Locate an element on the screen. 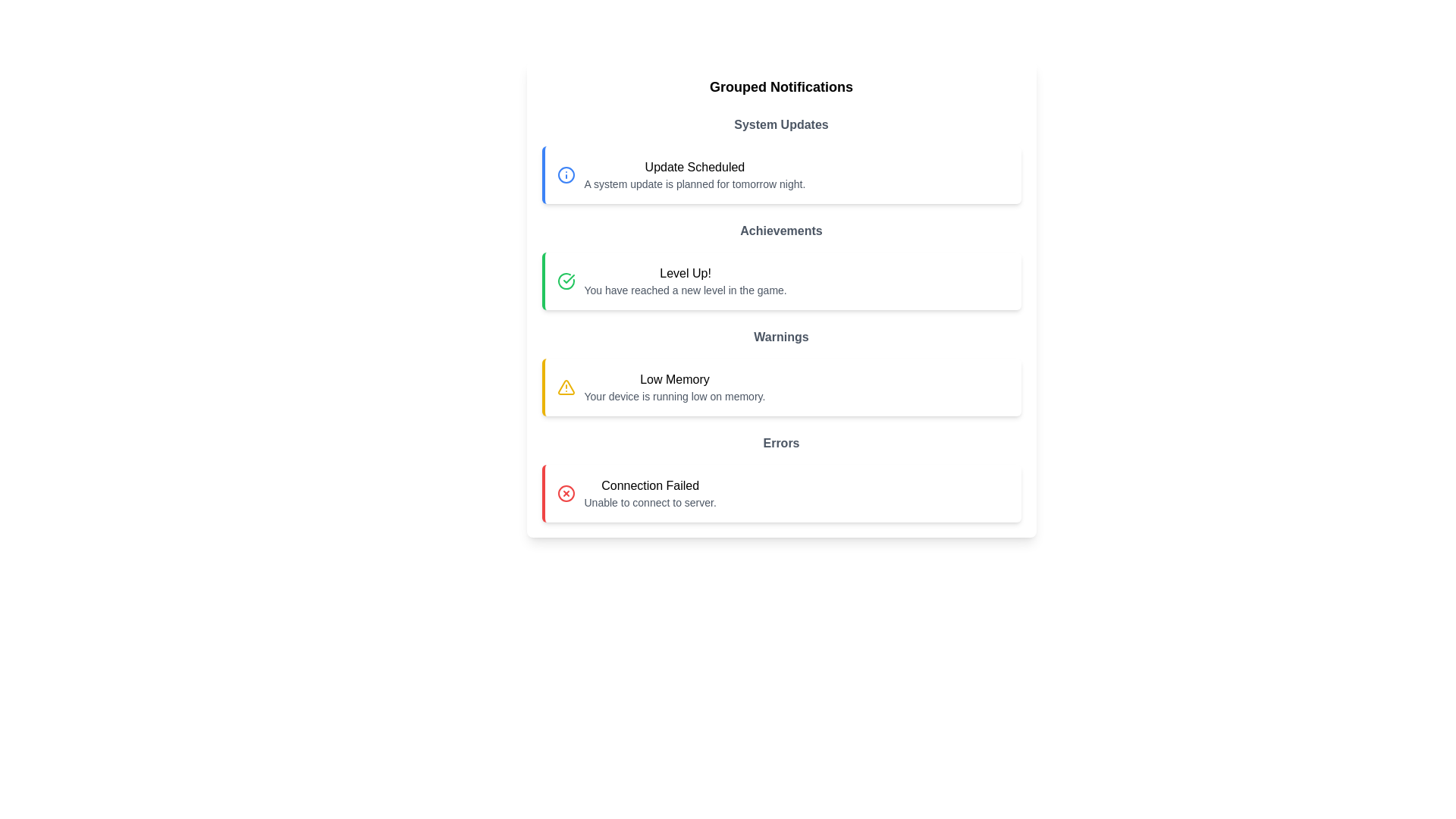  the 'Warnings' text label, which is a medium-sized, bold, gray font element located in the 'Grouped Notifications' interface, between the 'Achievements' section and the detailed 'Warnings' notification message is located at coordinates (781, 336).